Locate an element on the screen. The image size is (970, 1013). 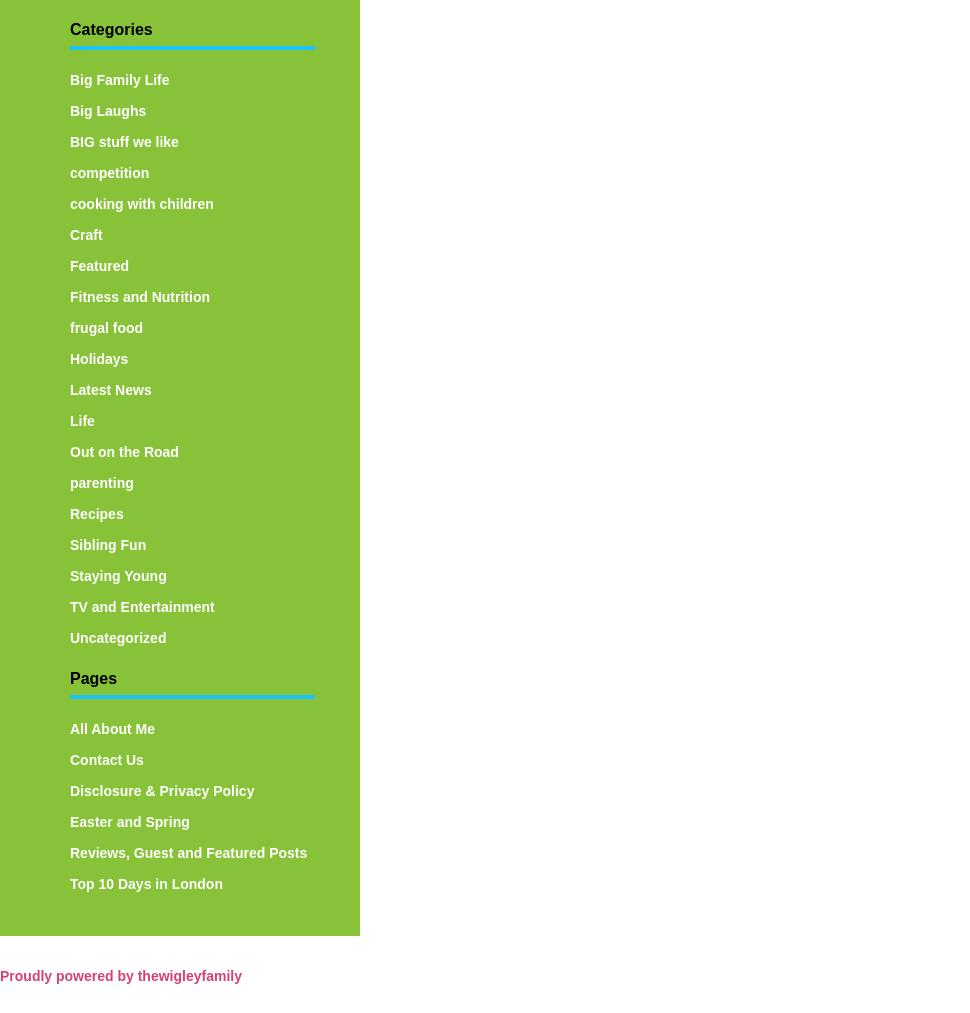
'Featured' is located at coordinates (99, 264).